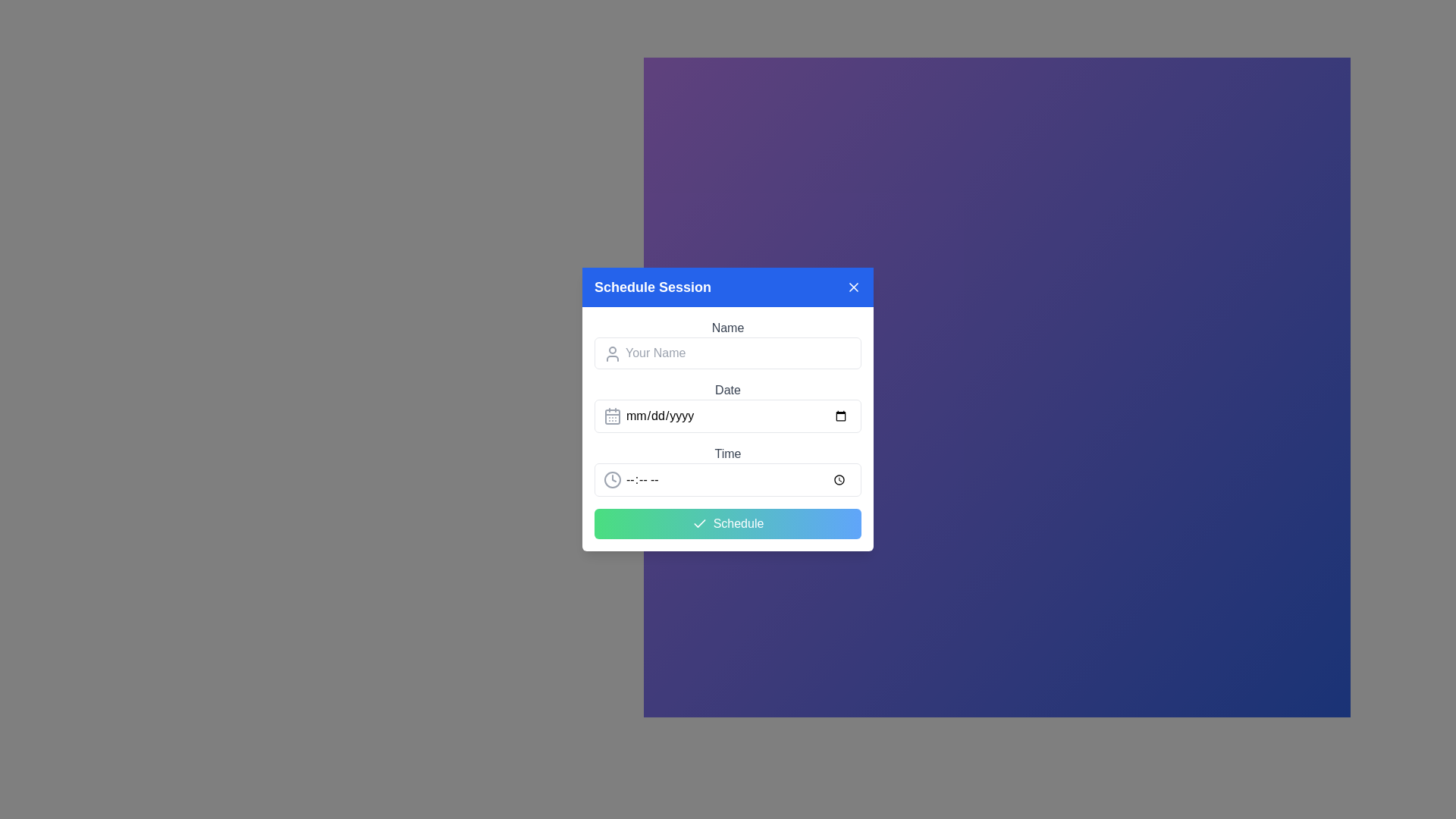 The image size is (1456, 819). I want to click on the title Text Label of the modal dialog that indicates the purpose of scheduling a session, so click(653, 287).